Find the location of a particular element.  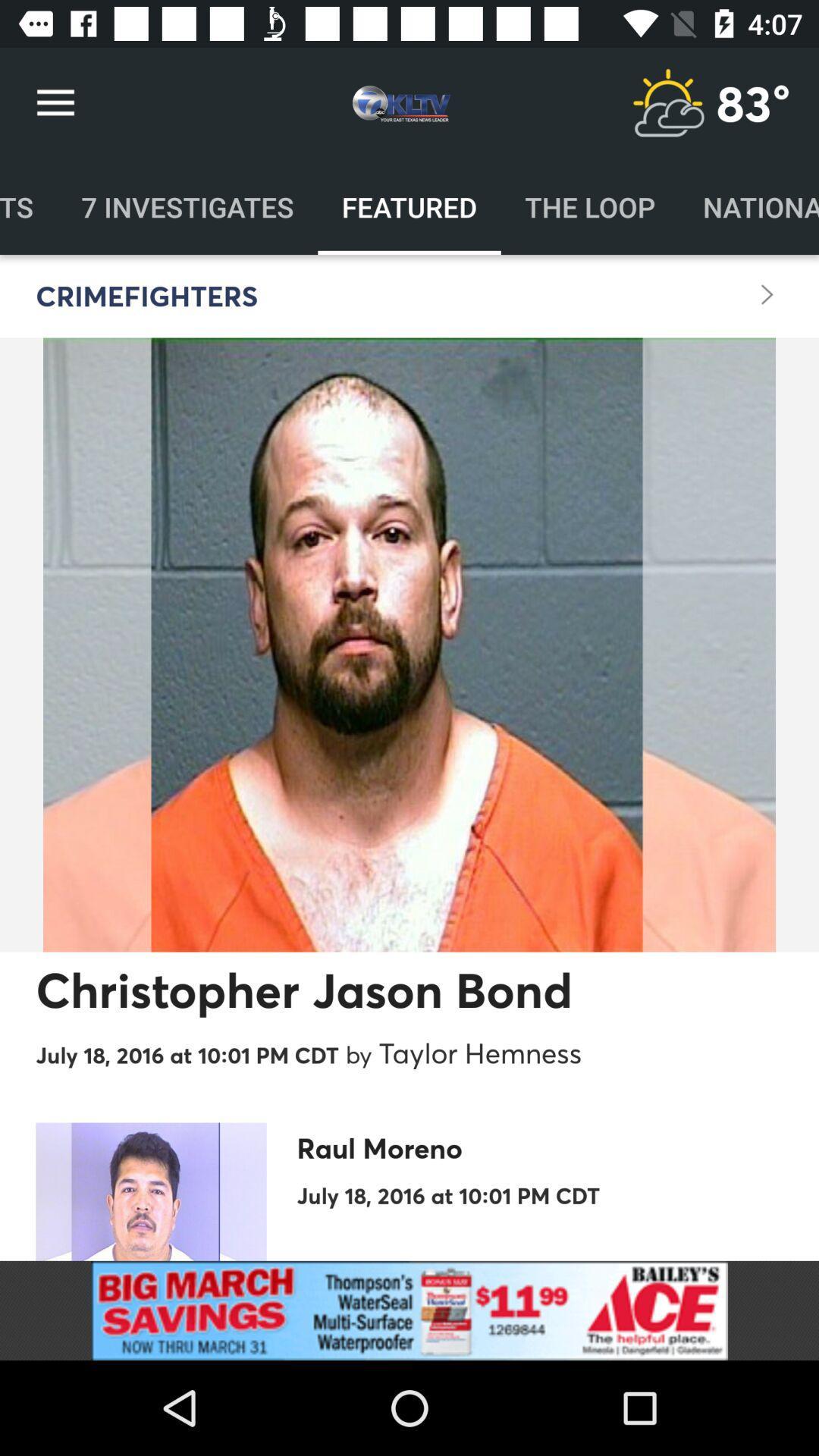

open the weather is located at coordinates (667, 102).